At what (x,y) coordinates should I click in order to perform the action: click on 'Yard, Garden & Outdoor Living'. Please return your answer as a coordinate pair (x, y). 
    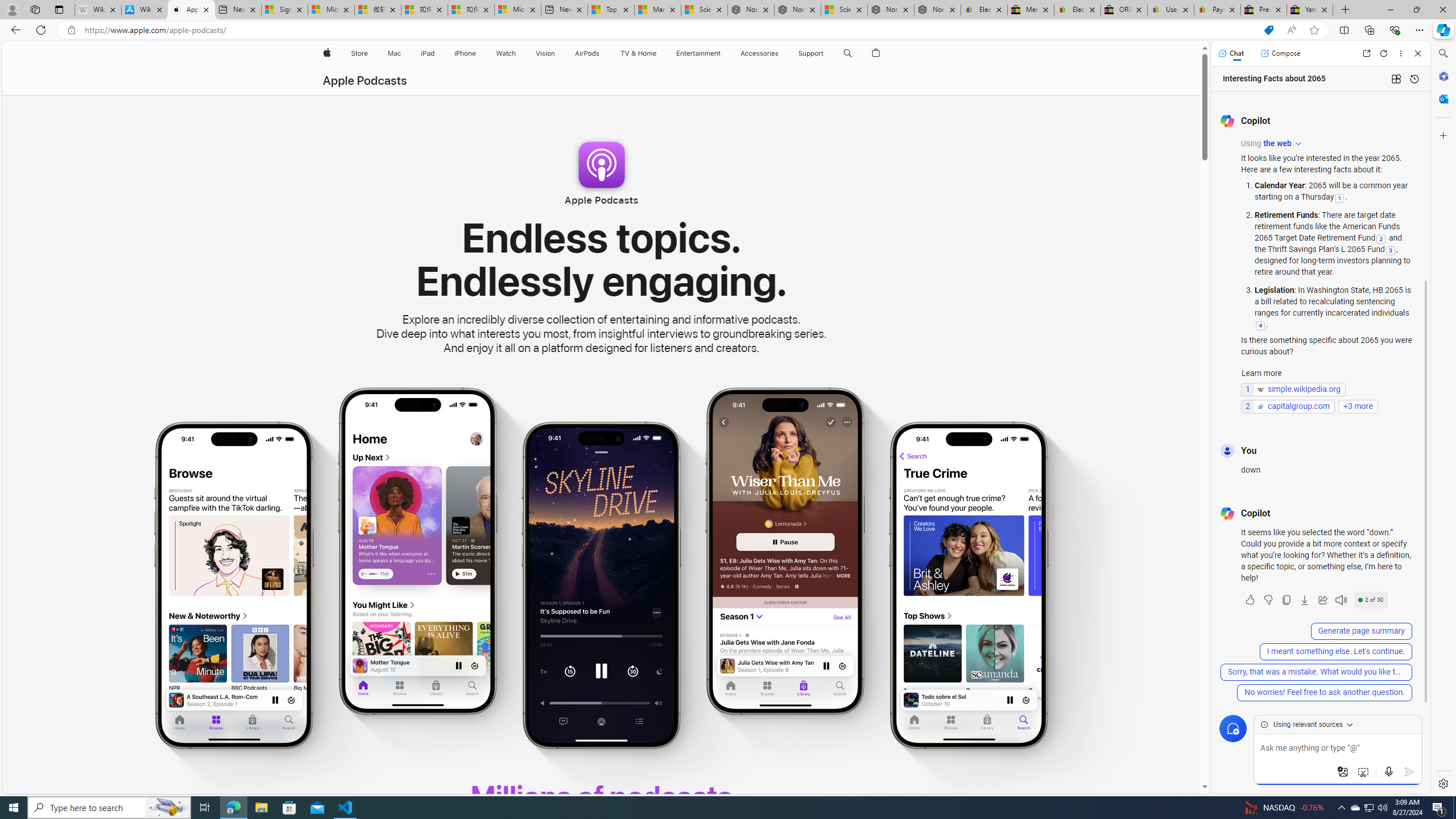
    Looking at the image, I should click on (1309, 9).